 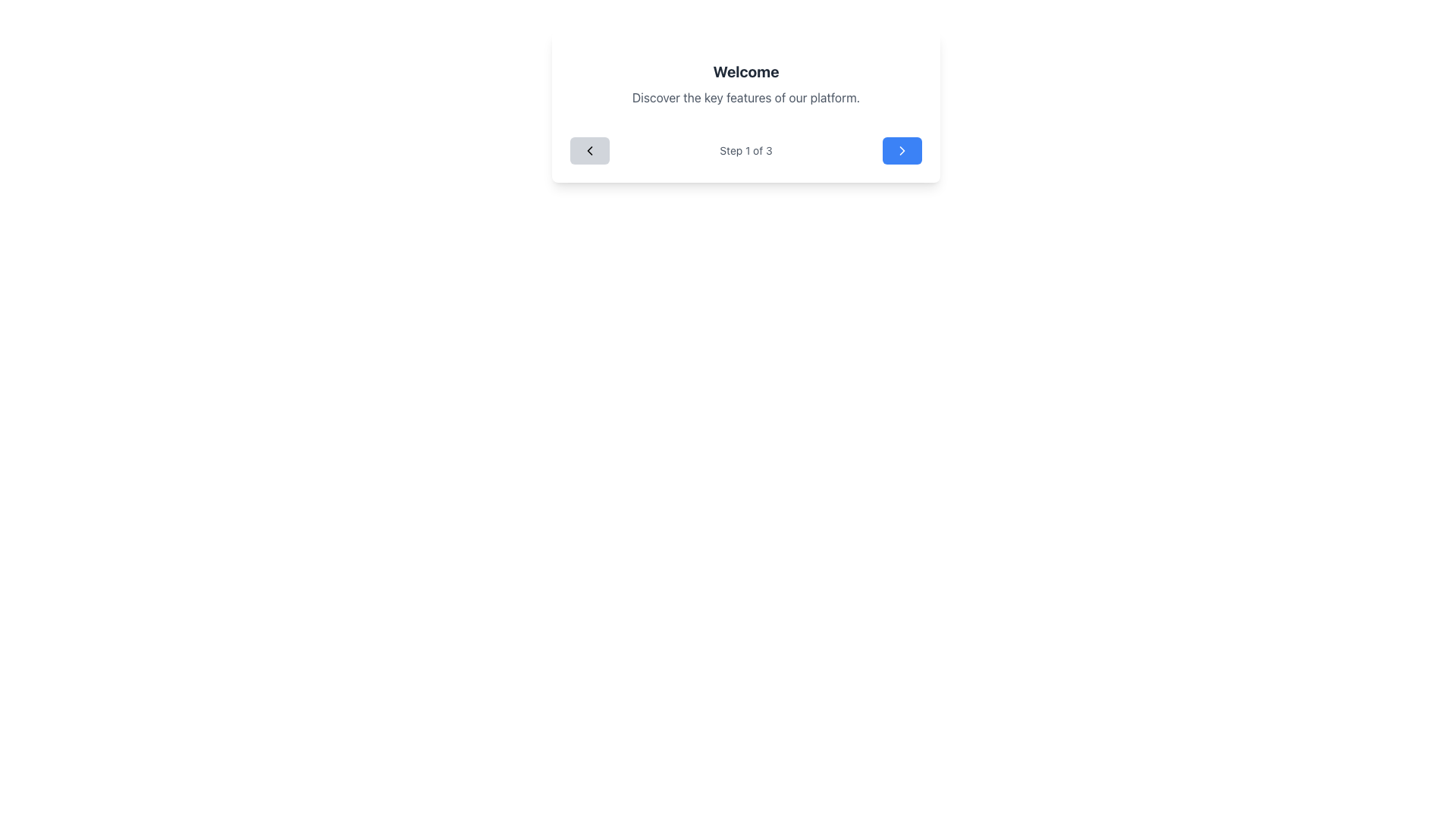 What do you see at coordinates (745, 151) in the screenshot?
I see `the static text element that displays the current step of a process, located centrally within the lower section of the white card, between navigation buttons` at bounding box center [745, 151].